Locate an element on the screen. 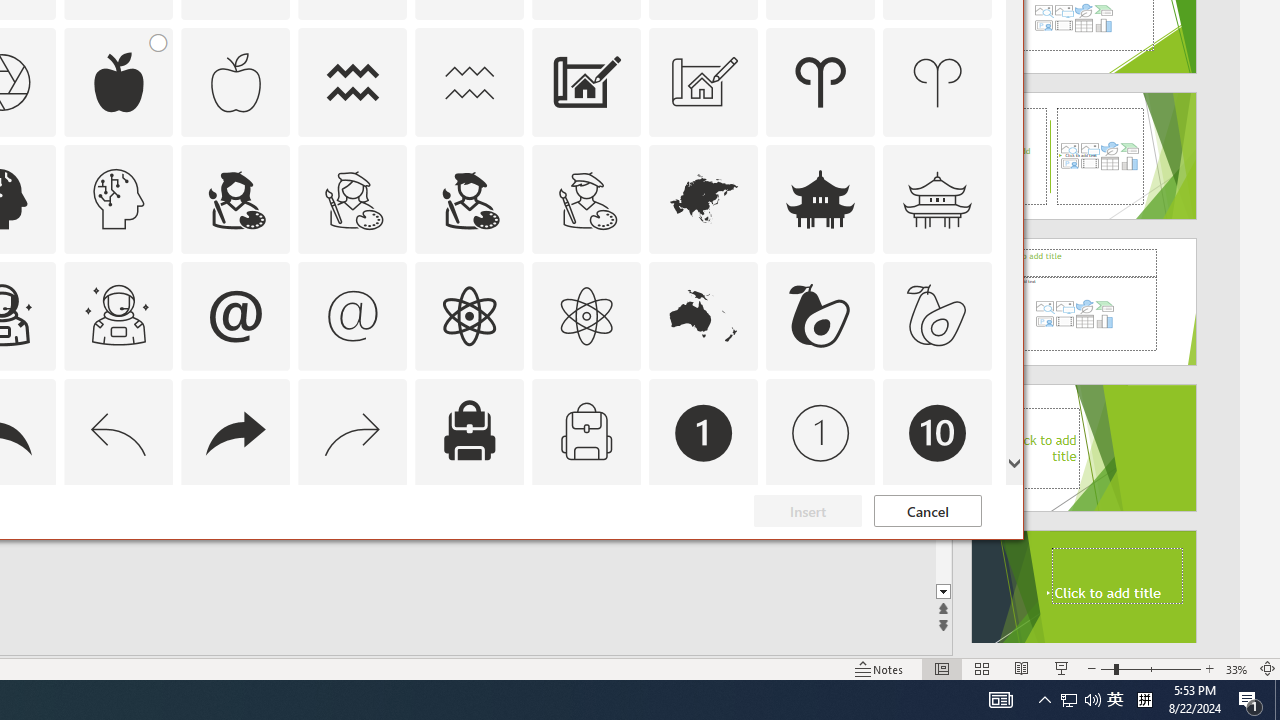 The width and height of the screenshot is (1280, 720). 'AutomationID: Icons_Aquarius' is located at coordinates (353, 81).